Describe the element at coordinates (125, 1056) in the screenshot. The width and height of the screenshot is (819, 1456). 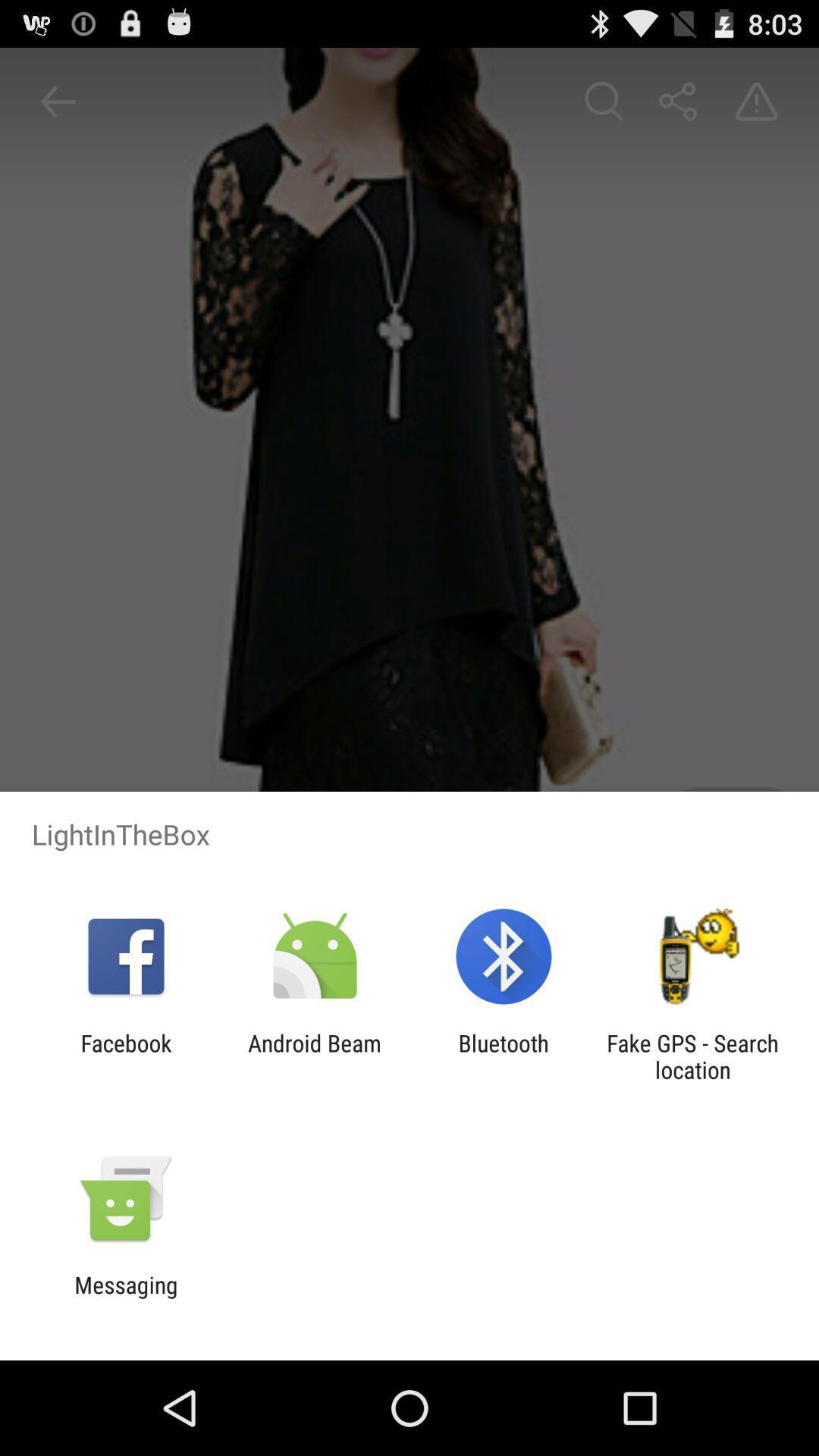
I see `the facebook item` at that location.